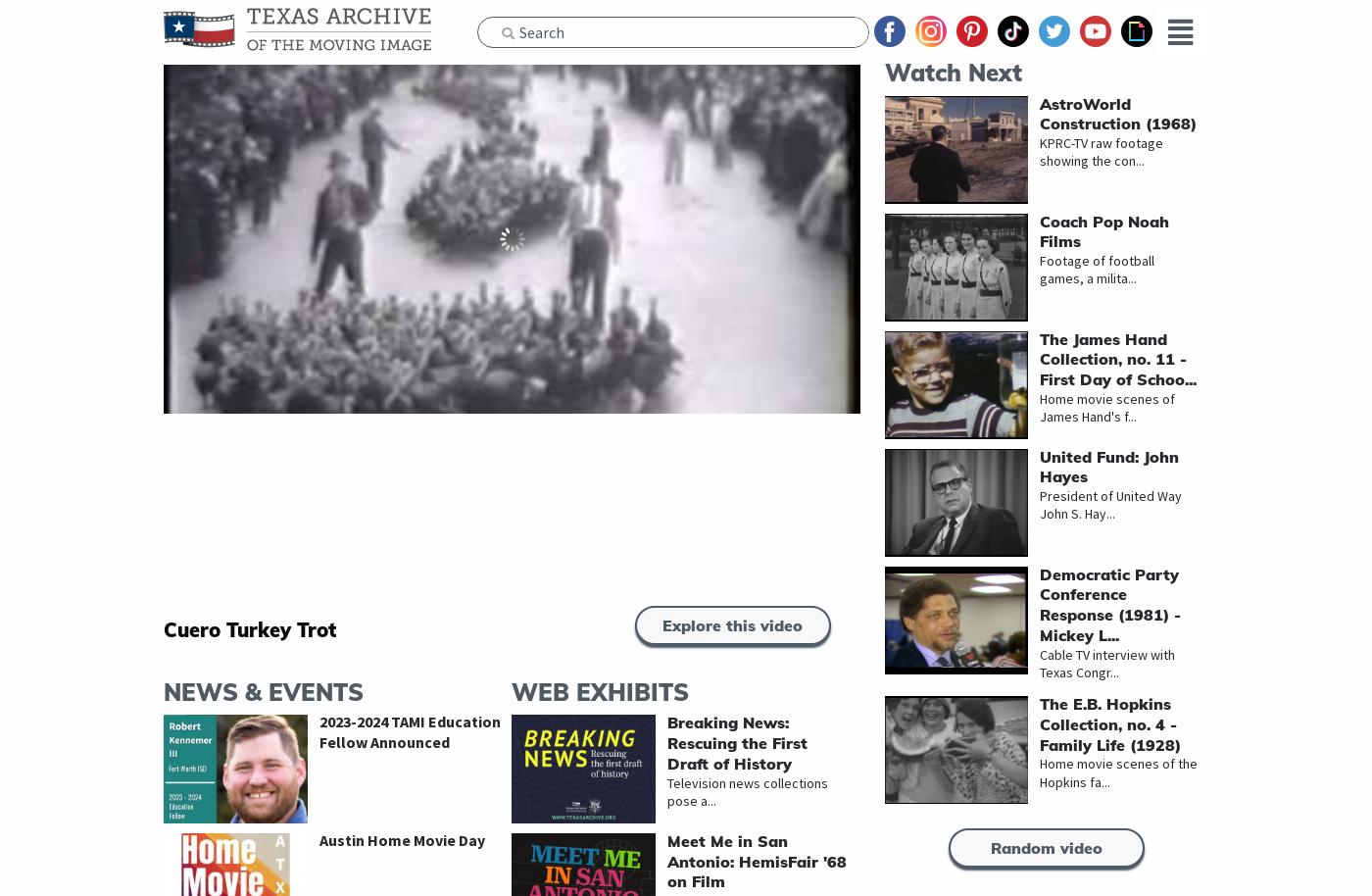 This screenshot has height=896, width=1372. I want to click on 'President of United Way John S. Hay...', so click(1040, 504).